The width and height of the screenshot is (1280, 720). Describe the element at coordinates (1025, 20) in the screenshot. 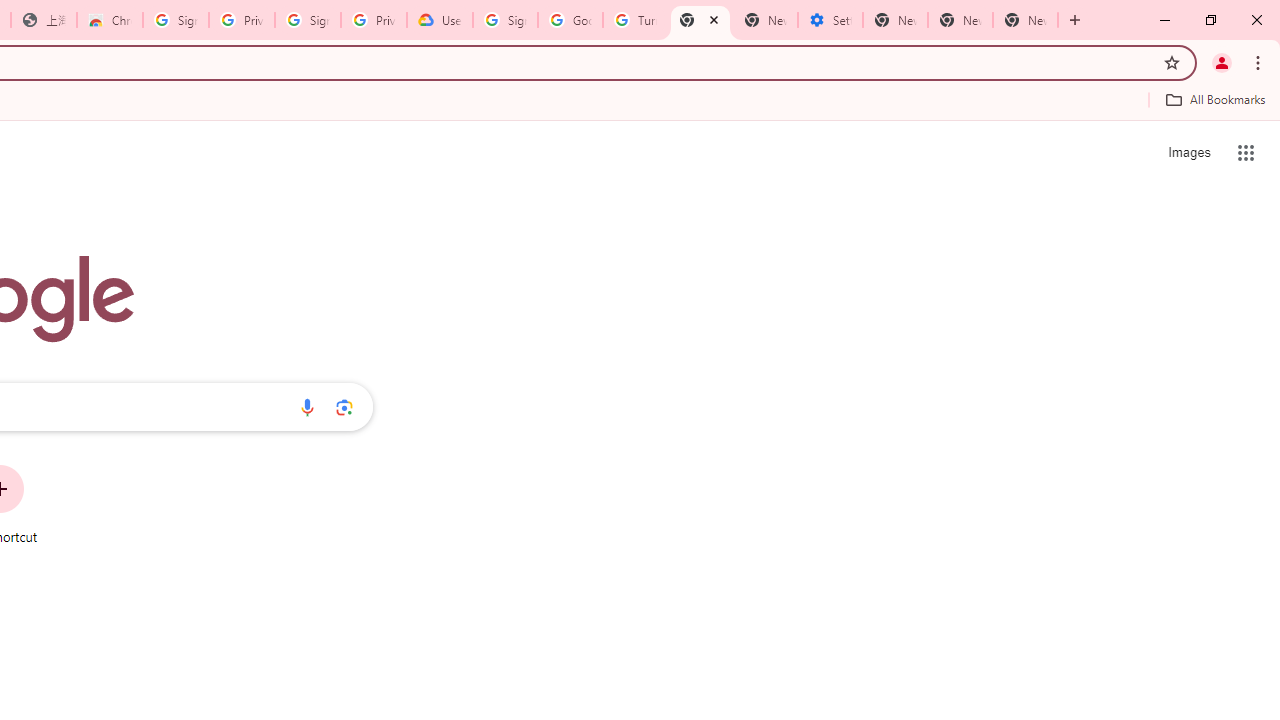

I see `'New Tab'` at that location.